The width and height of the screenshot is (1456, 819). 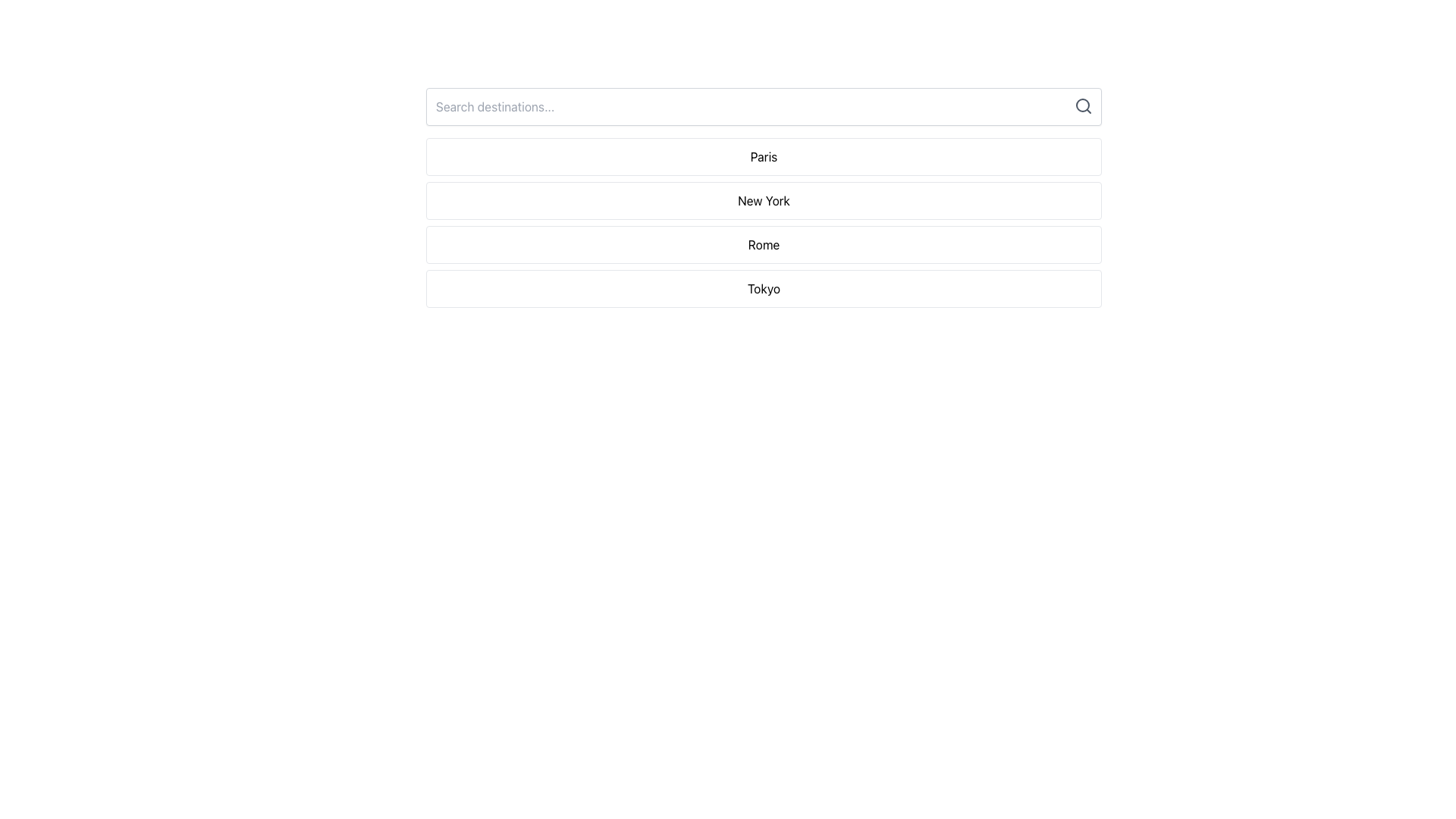 I want to click on the first selectable list item in the dropdown menu, so click(x=764, y=157).